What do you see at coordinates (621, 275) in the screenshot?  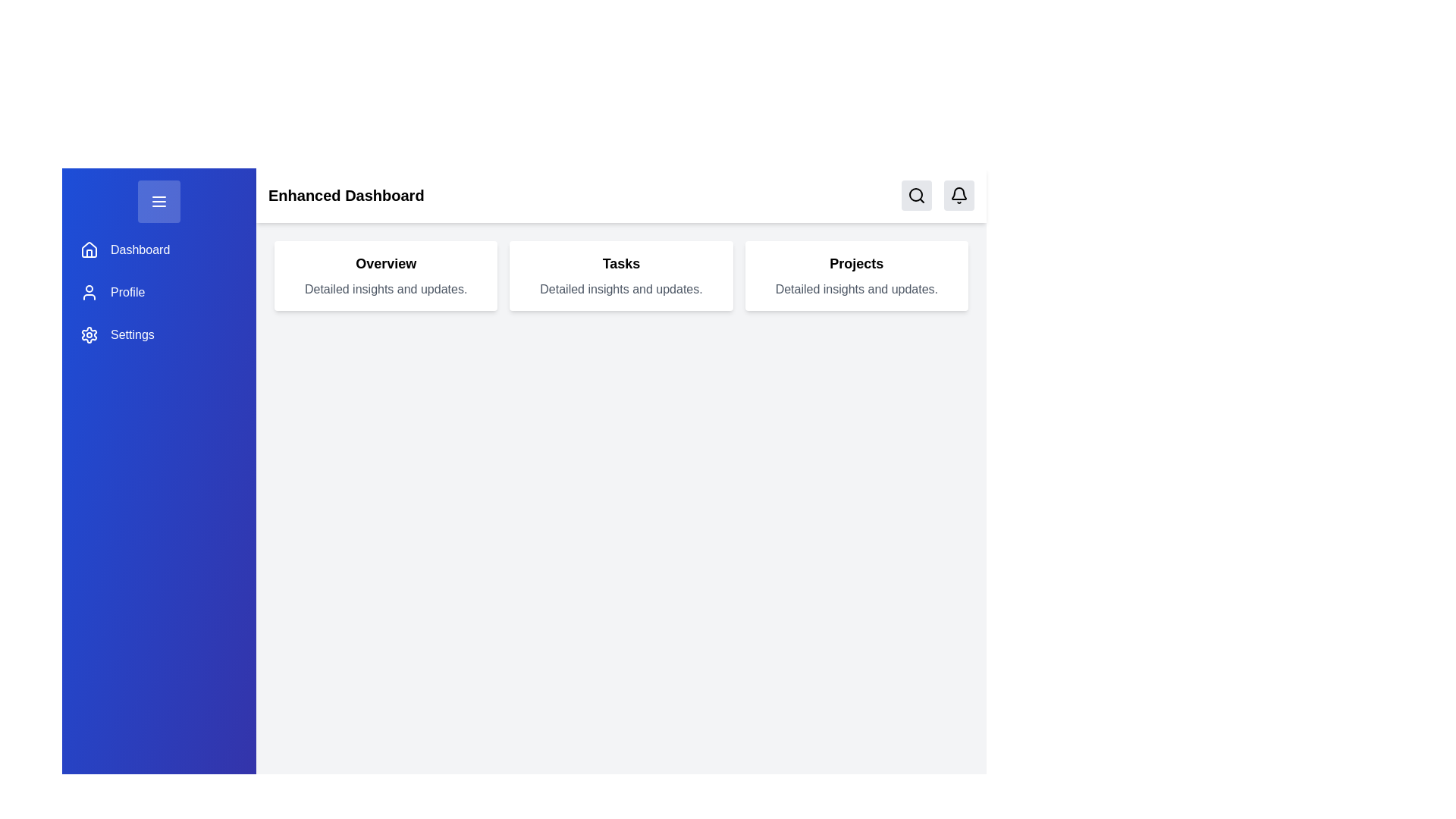 I see `the informational card with the title 'Tasks', which is the second card in a three-column layout, positioned between the 'Overview' and 'Projects' cards` at bounding box center [621, 275].